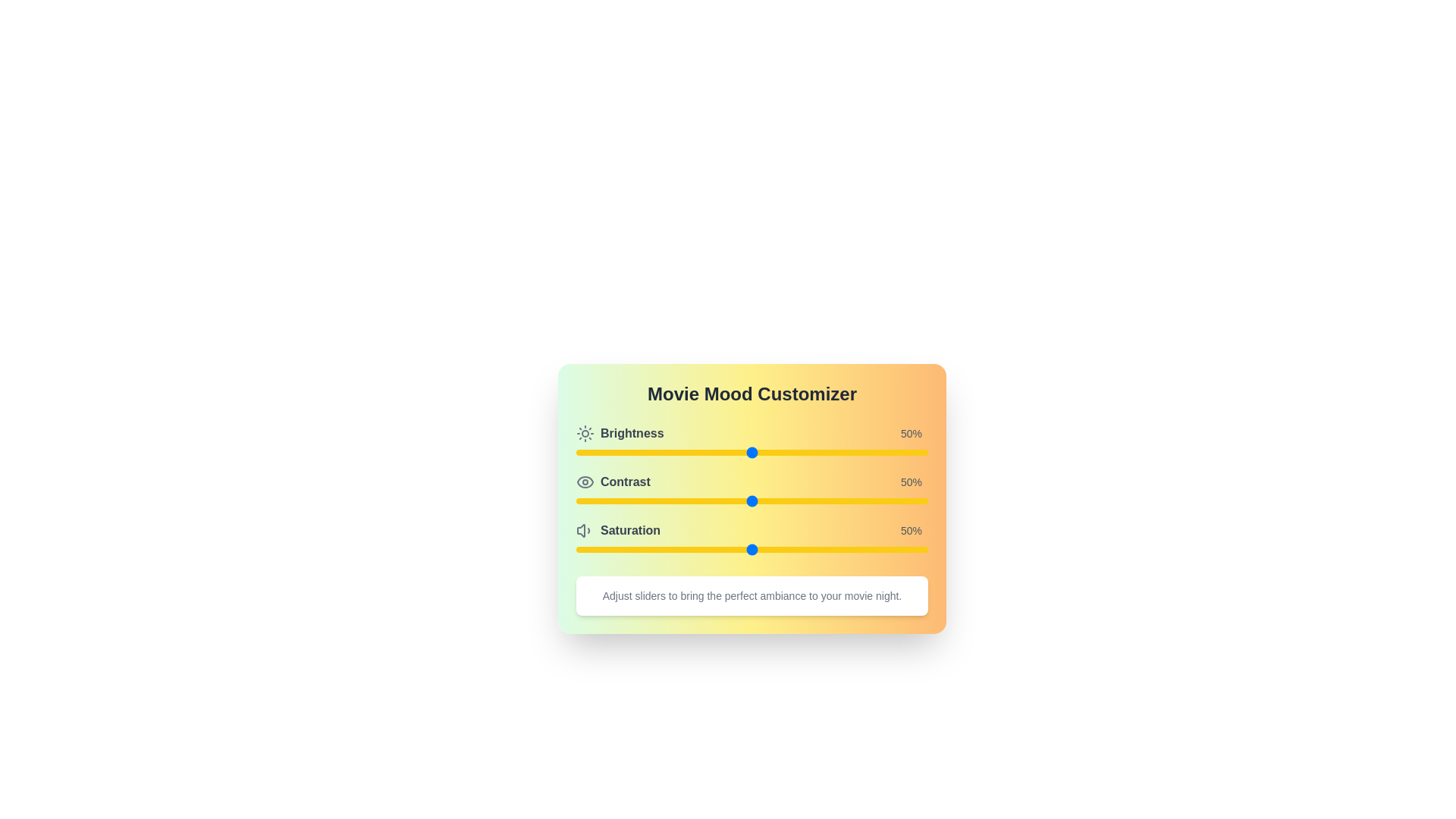 The height and width of the screenshot is (819, 1456). I want to click on the contrast level, so click(738, 500).